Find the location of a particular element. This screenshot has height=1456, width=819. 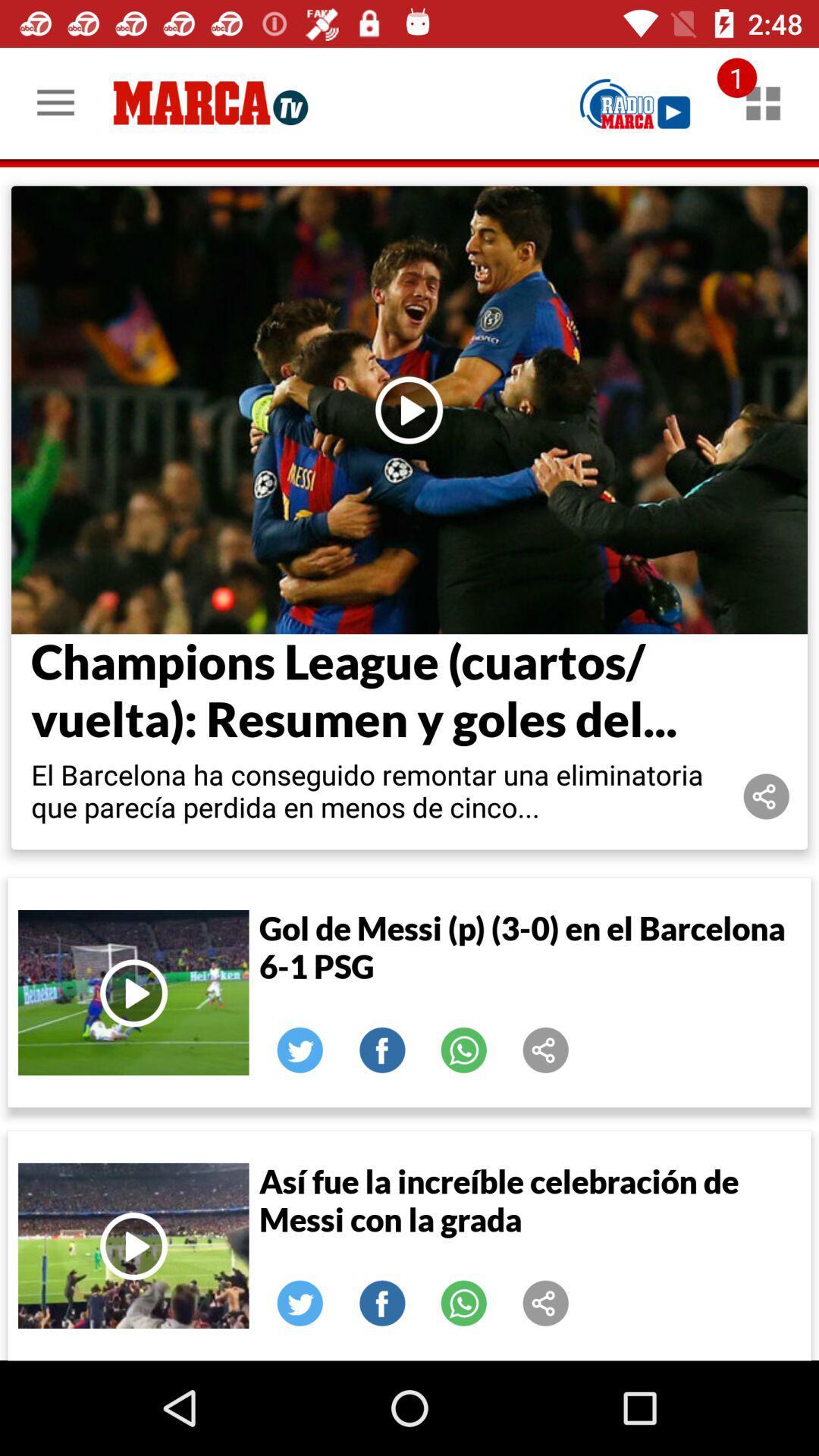

share news on social media is located at coordinates (546, 1302).